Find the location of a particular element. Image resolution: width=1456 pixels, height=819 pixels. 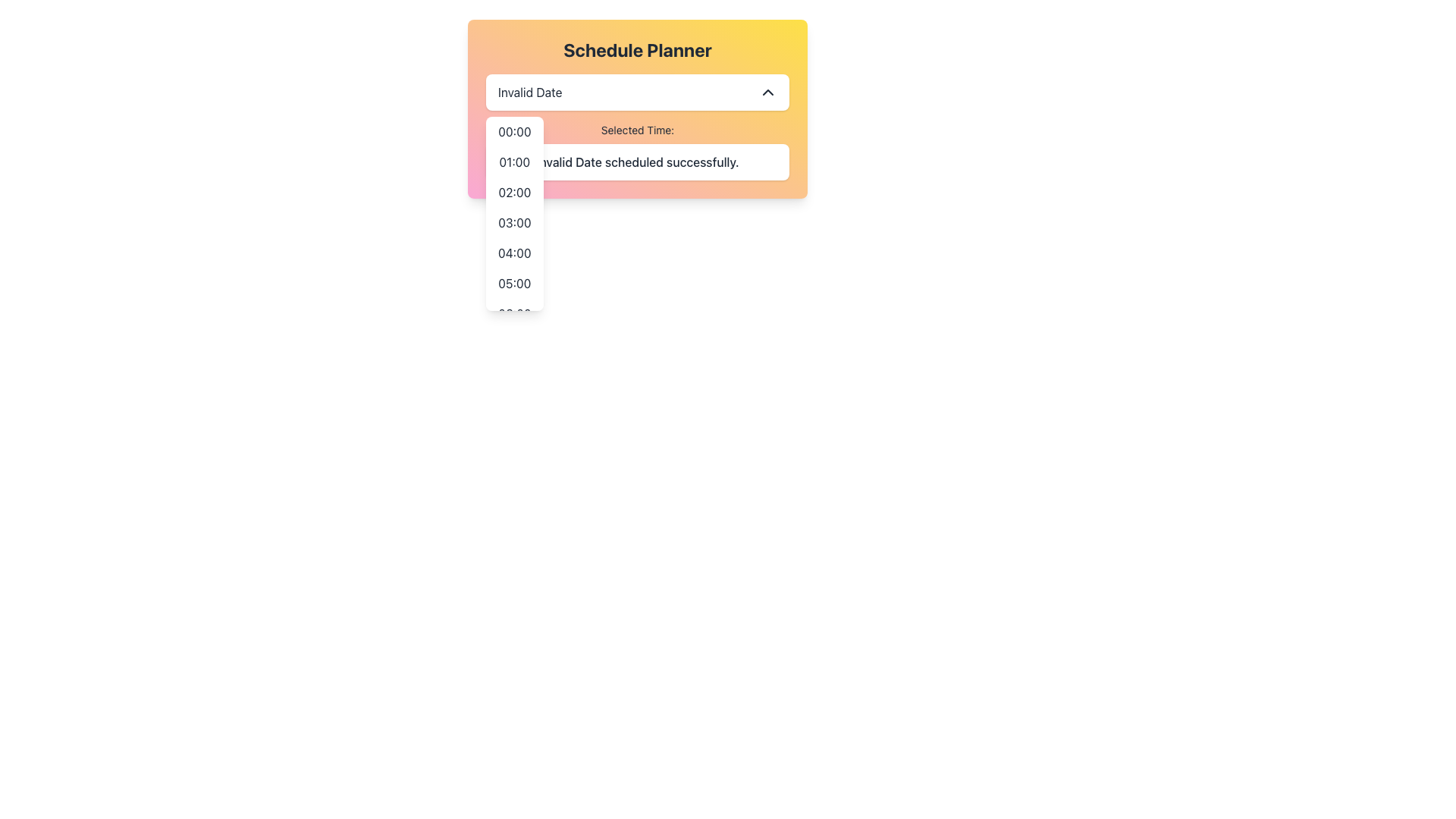

to select the List Item displaying '05:00', the sixth item in a vertical list of time slots, which changes background color on hover is located at coordinates (514, 284).